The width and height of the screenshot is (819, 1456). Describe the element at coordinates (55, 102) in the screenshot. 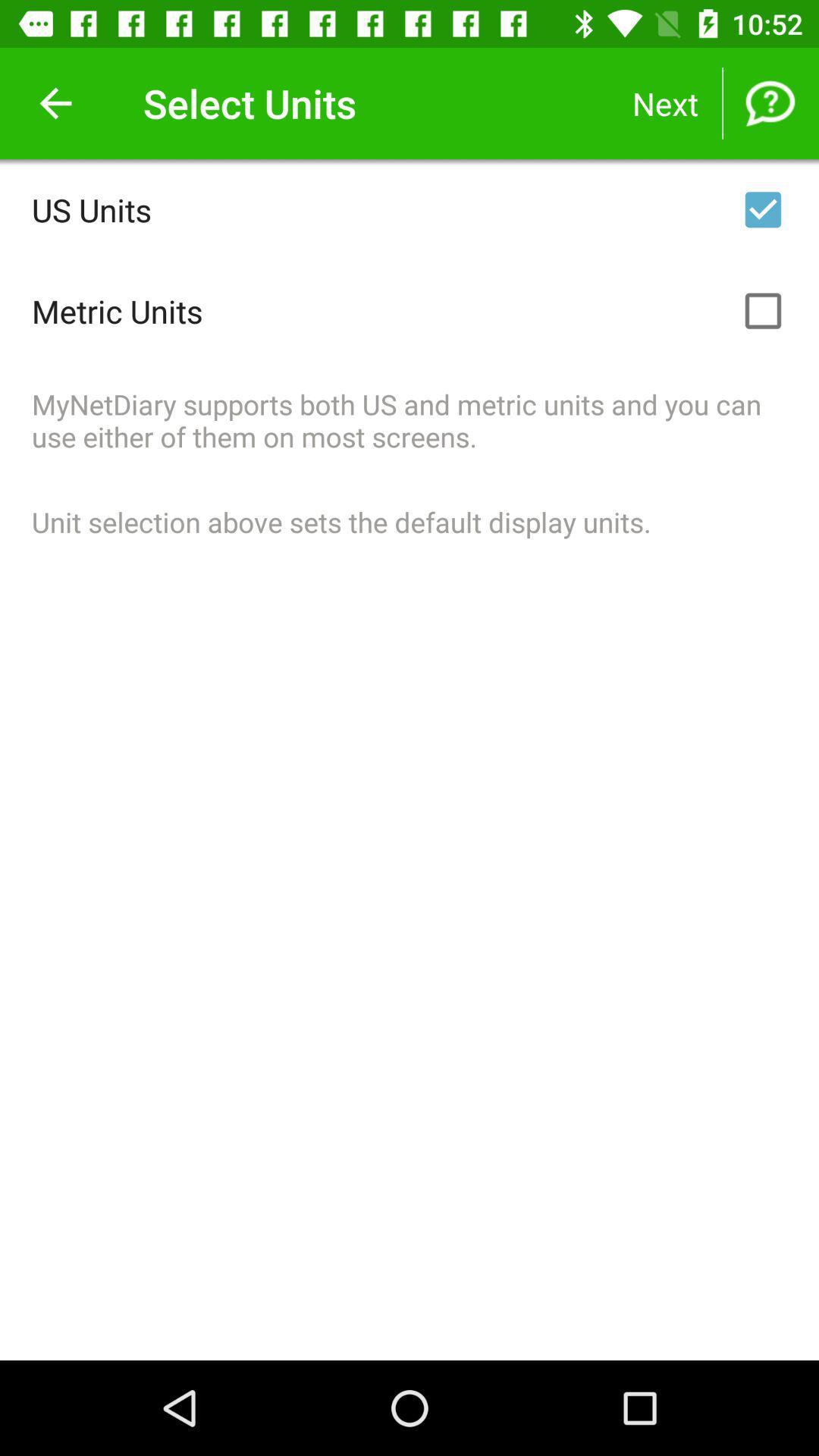

I see `icon to the left of the select units icon` at that location.